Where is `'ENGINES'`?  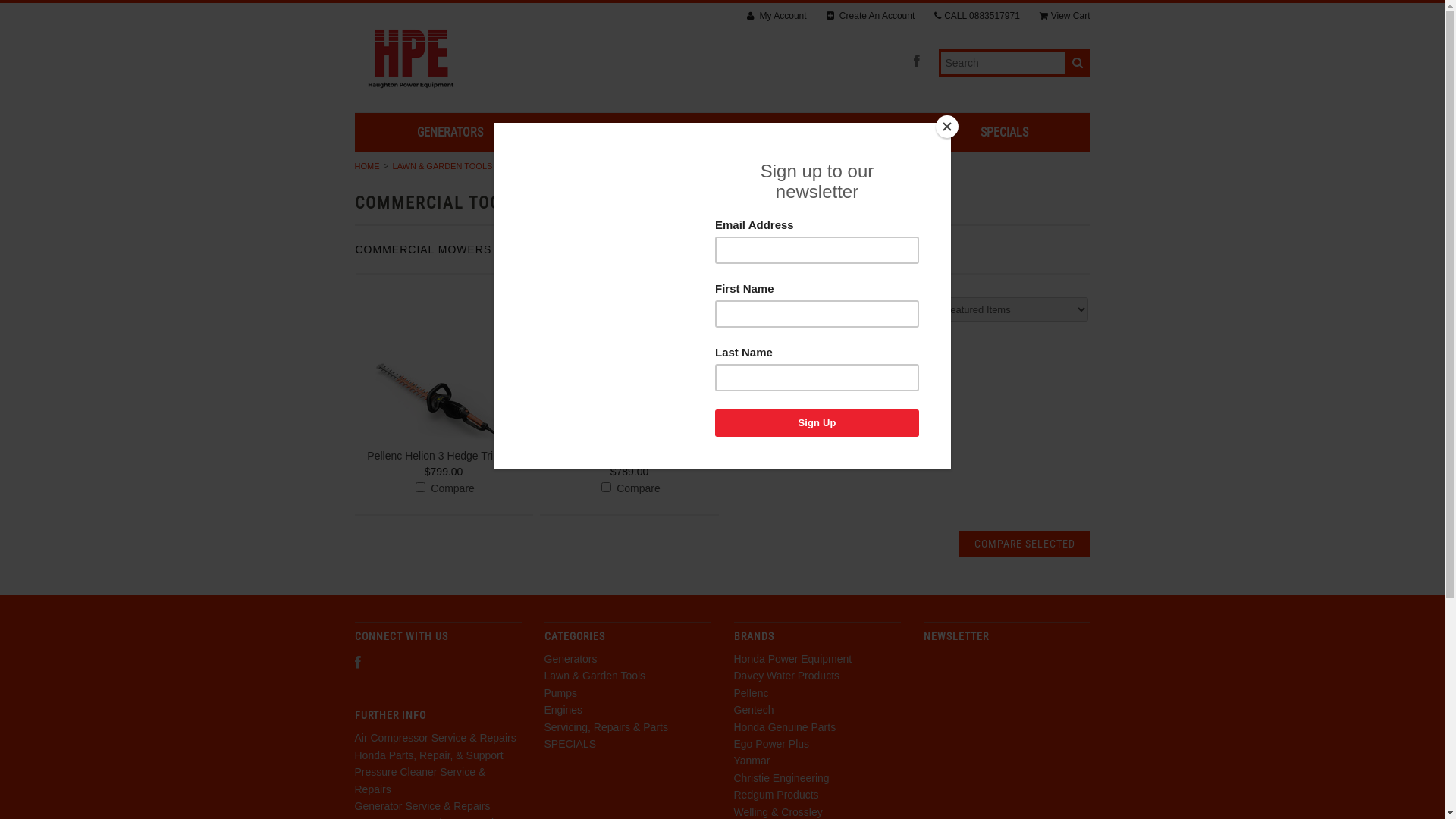 'ENGINES' is located at coordinates (753, 131).